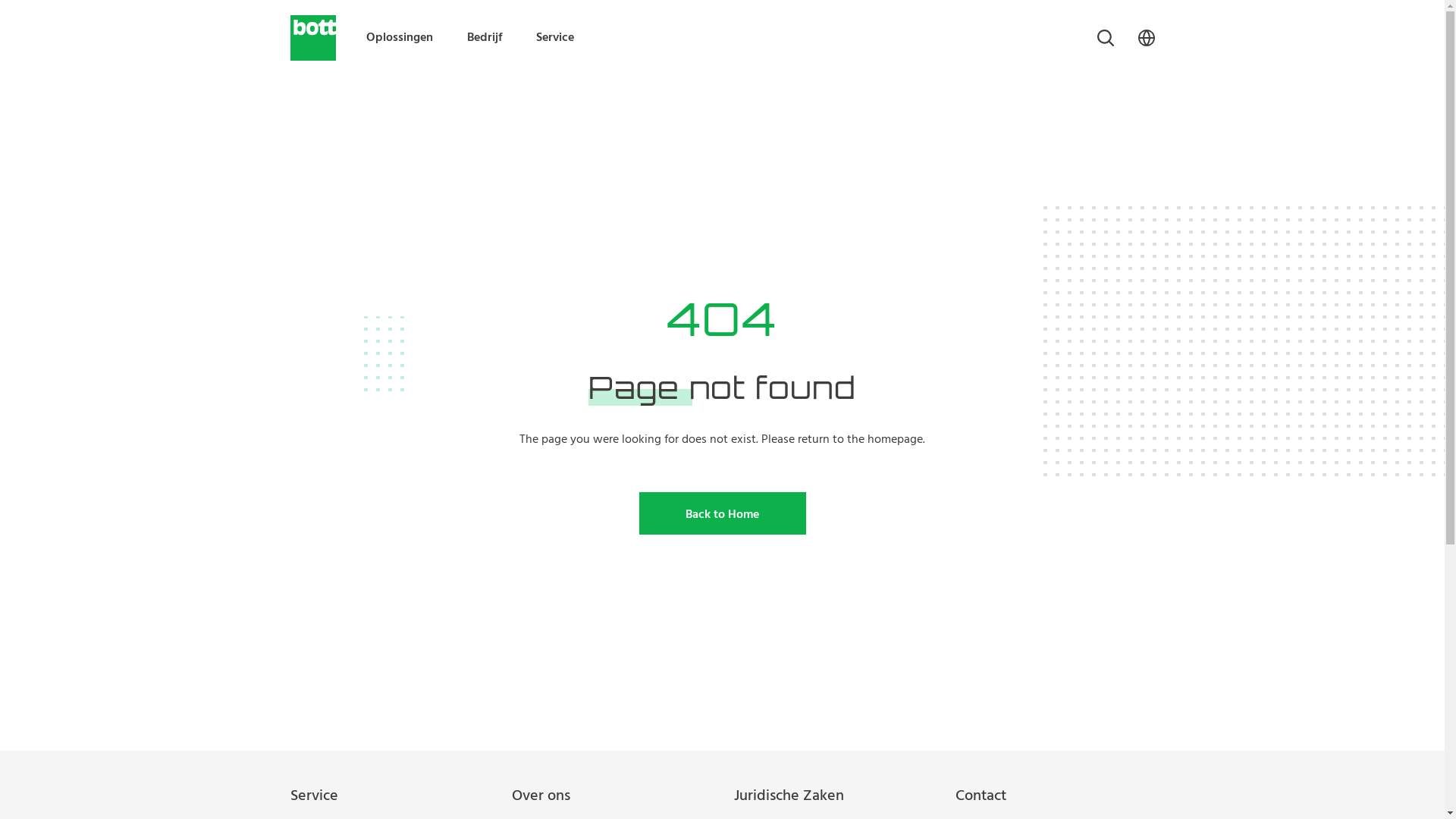 Image resolution: width=1456 pixels, height=819 pixels. Describe the element at coordinates (399, 37) in the screenshot. I see `'Oplossingen'` at that location.